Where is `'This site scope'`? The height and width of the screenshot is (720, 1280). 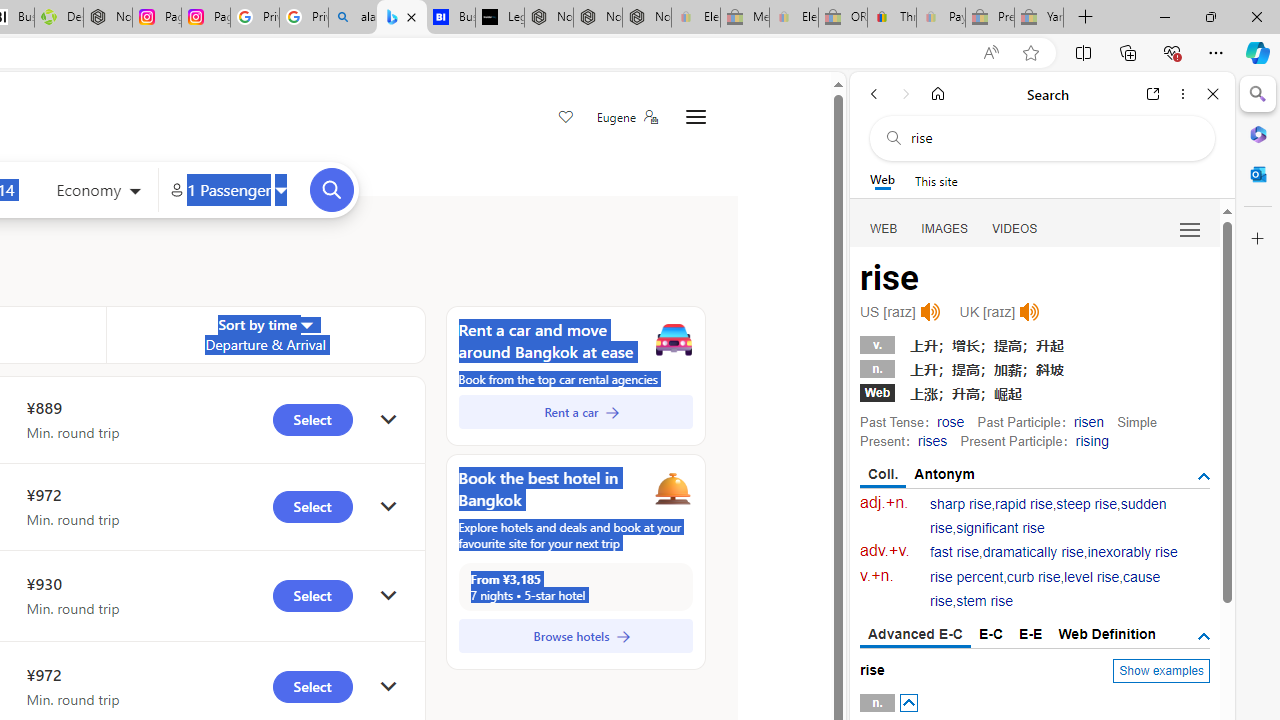 'This site scope' is located at coordinates (935, 180).